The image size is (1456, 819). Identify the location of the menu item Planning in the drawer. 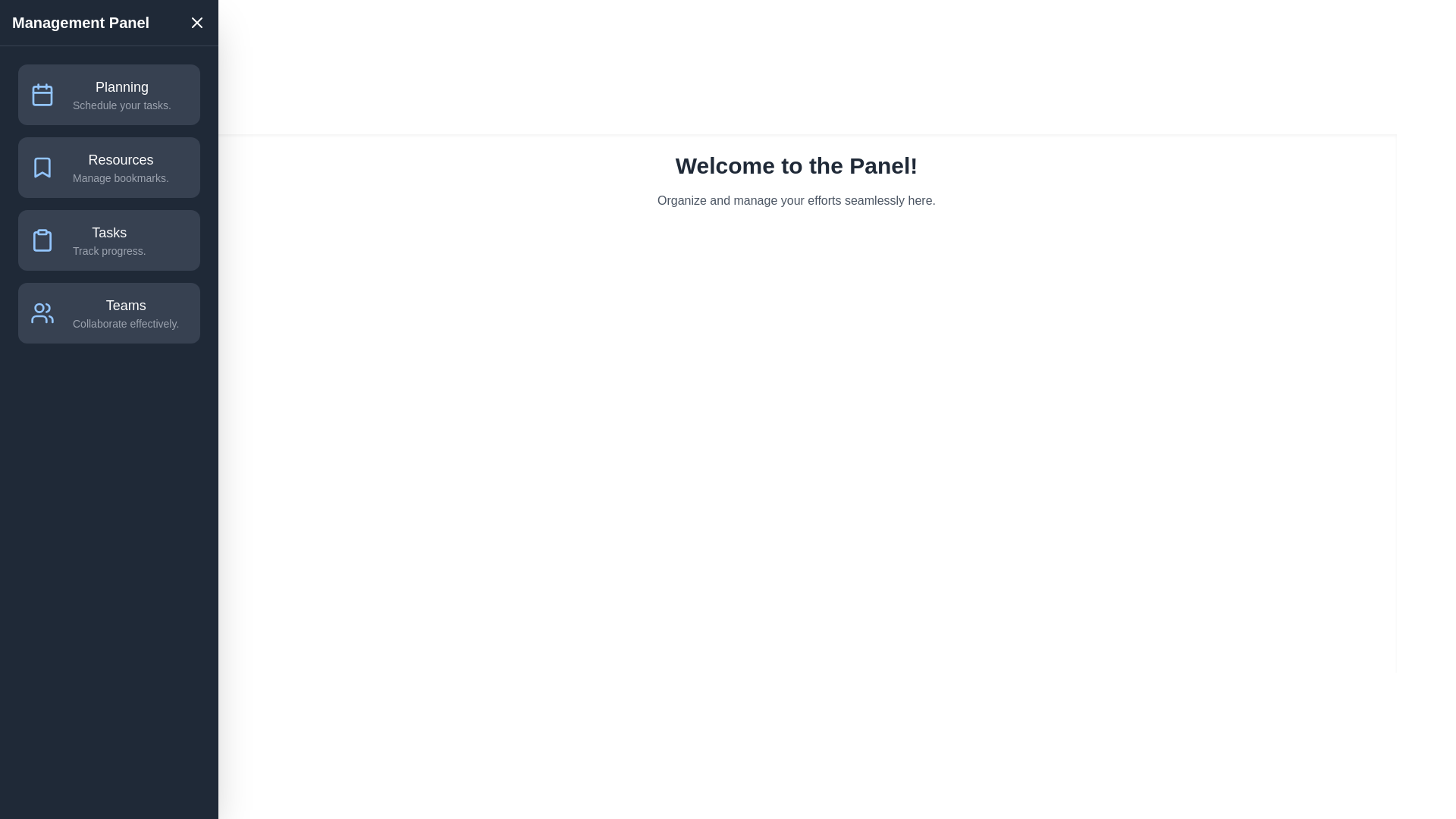
(108, 94).